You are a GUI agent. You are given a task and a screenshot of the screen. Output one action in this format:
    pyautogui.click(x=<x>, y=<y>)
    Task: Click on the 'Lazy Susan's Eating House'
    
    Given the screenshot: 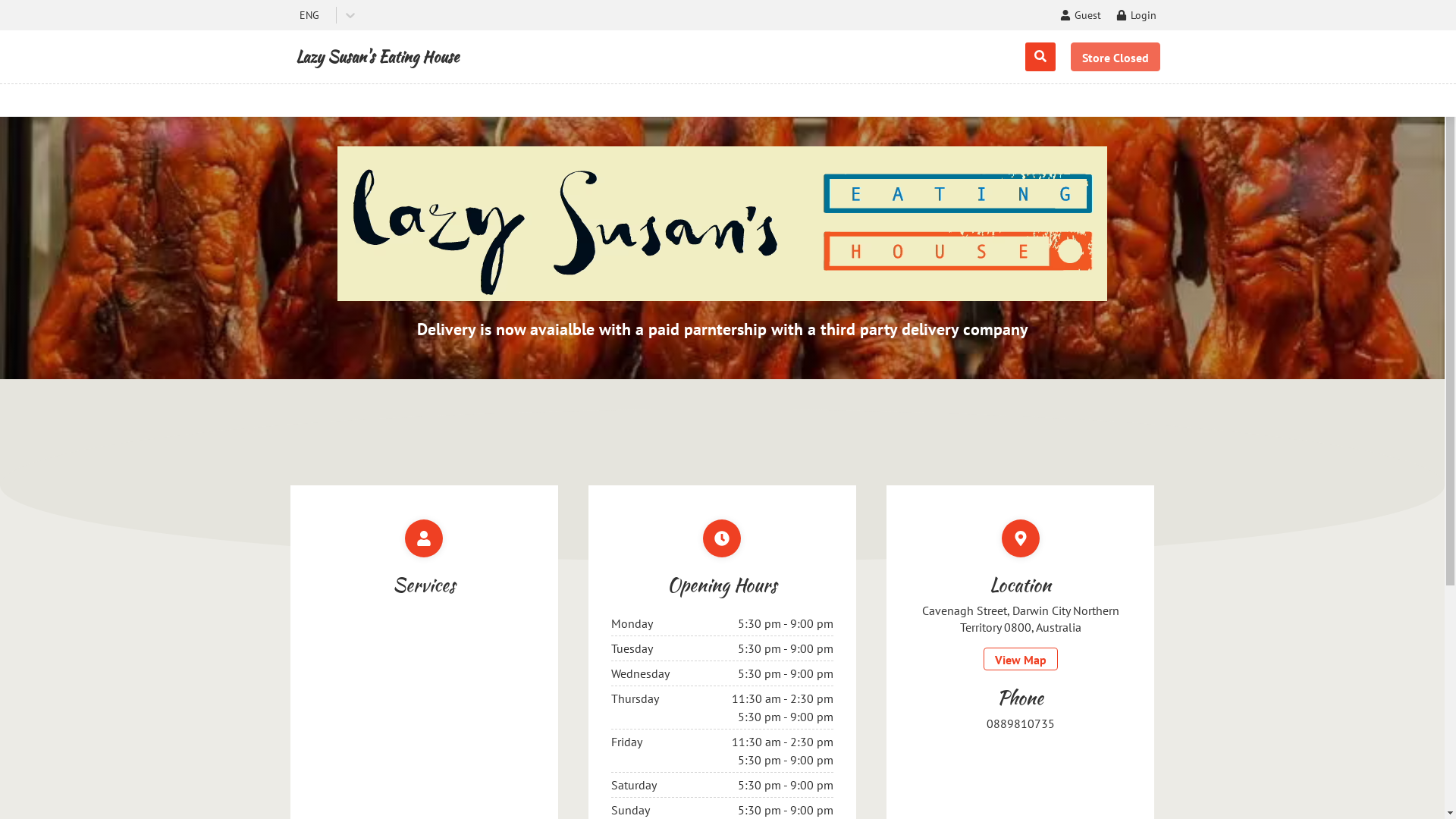 What is the action you would take?
    pyautogui.click(x=377, y=55)
    